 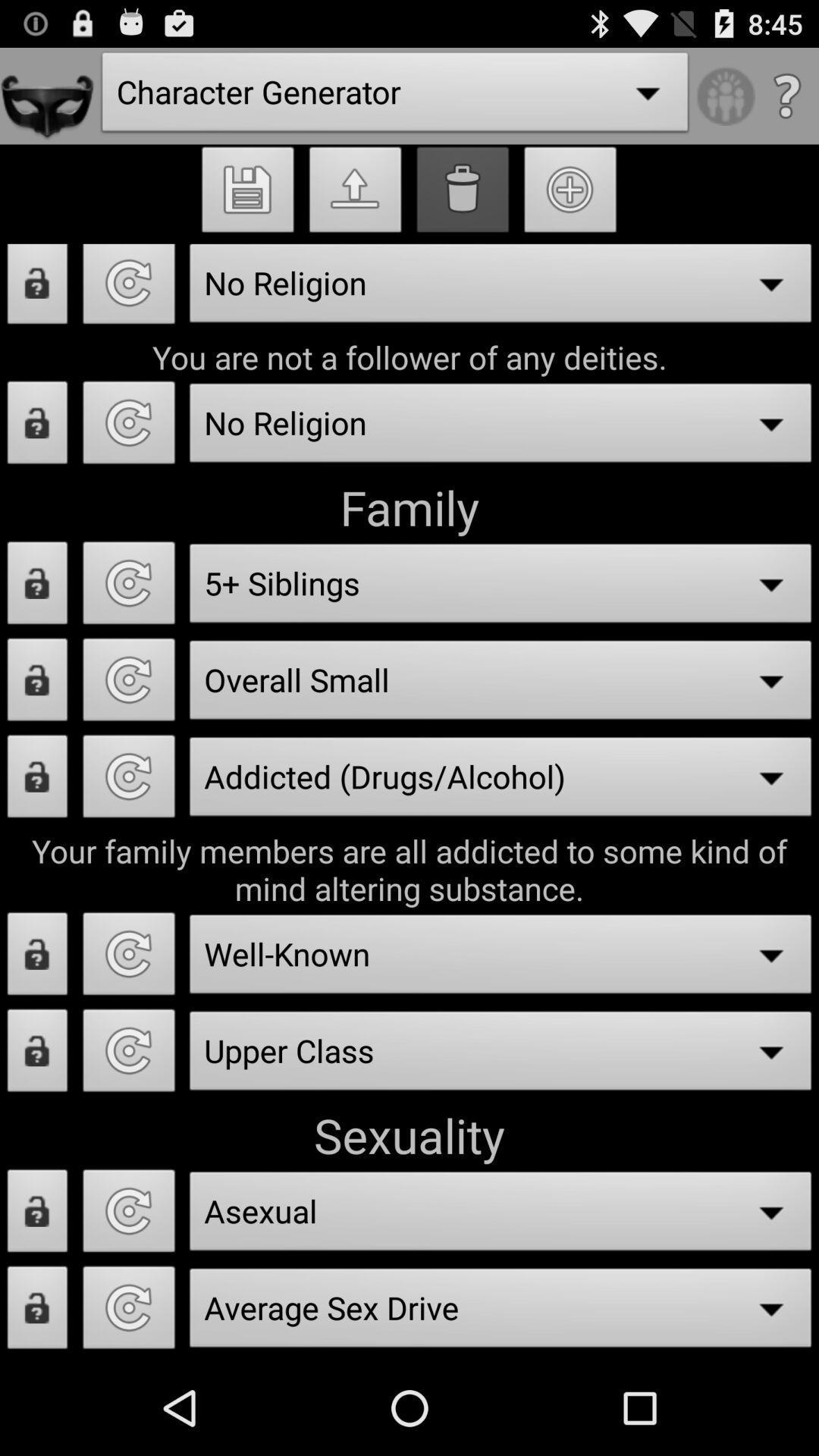 What do you see at coordinates (128, 683) in the screenshot?
I see `option` at bounding box center [128, 683].